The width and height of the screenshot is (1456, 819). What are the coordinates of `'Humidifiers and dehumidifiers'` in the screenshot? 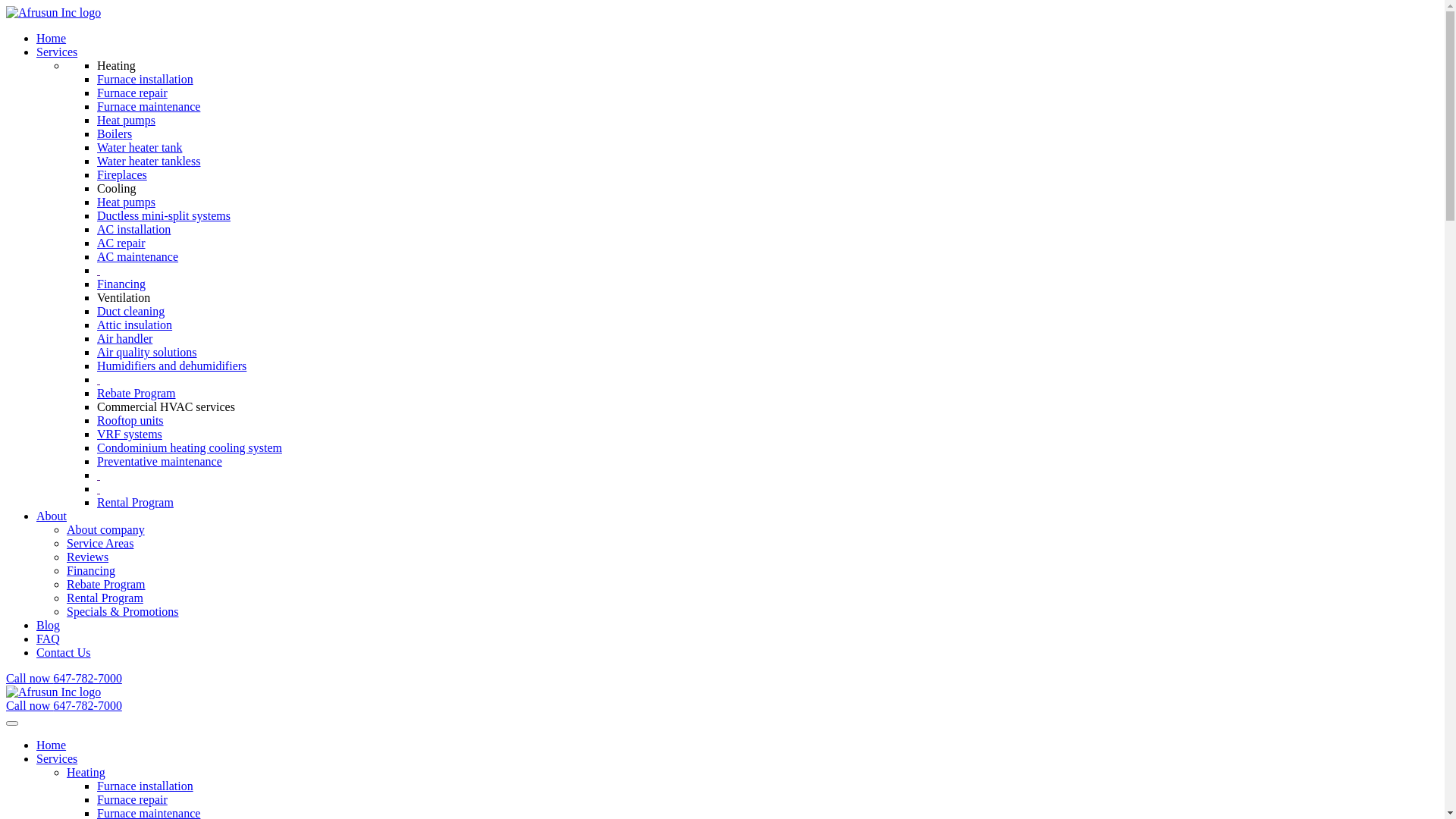 It's located at (171, 366).